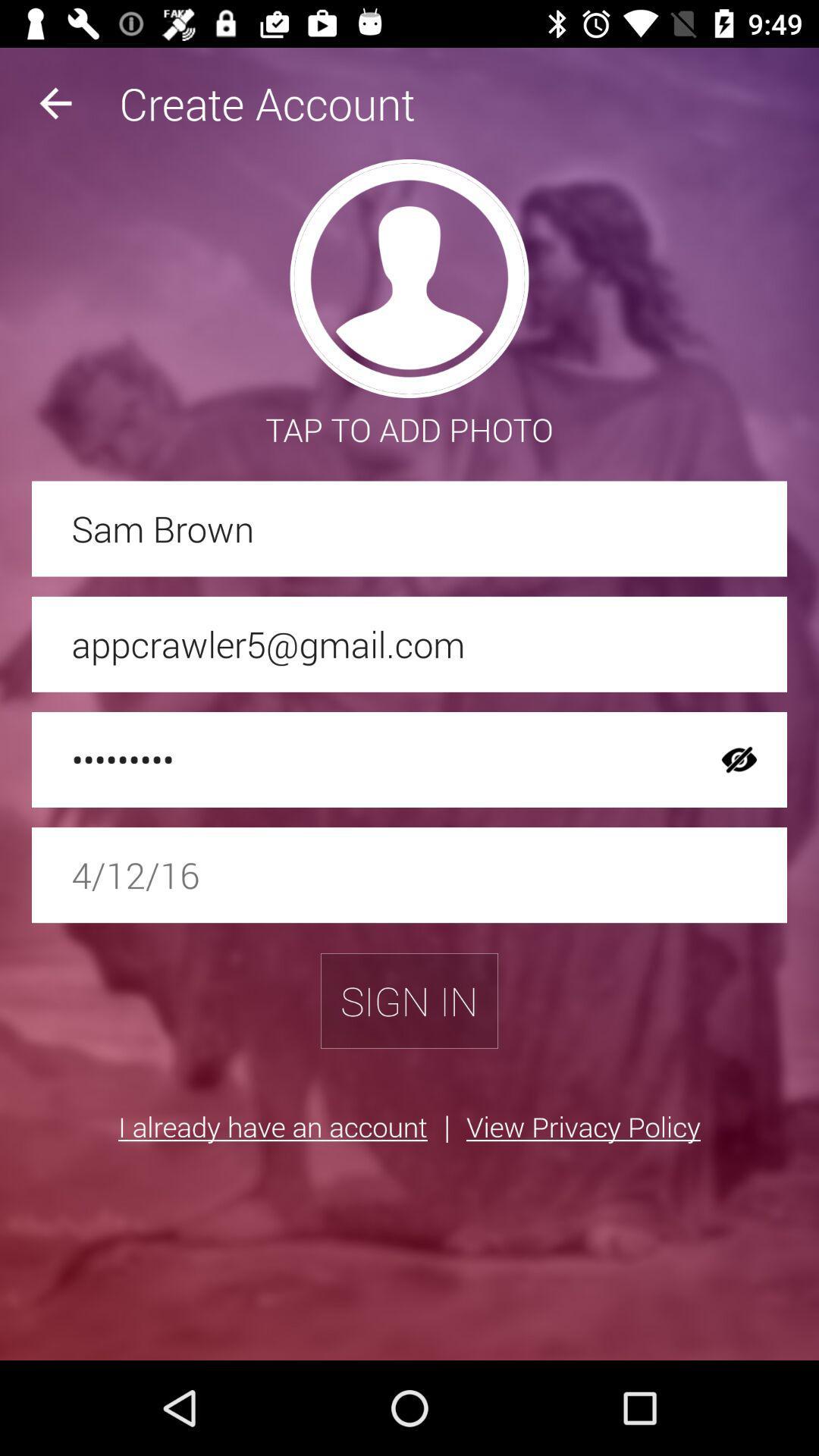  I want to click on the item above the 4/12/16 item, so click(739, 760).